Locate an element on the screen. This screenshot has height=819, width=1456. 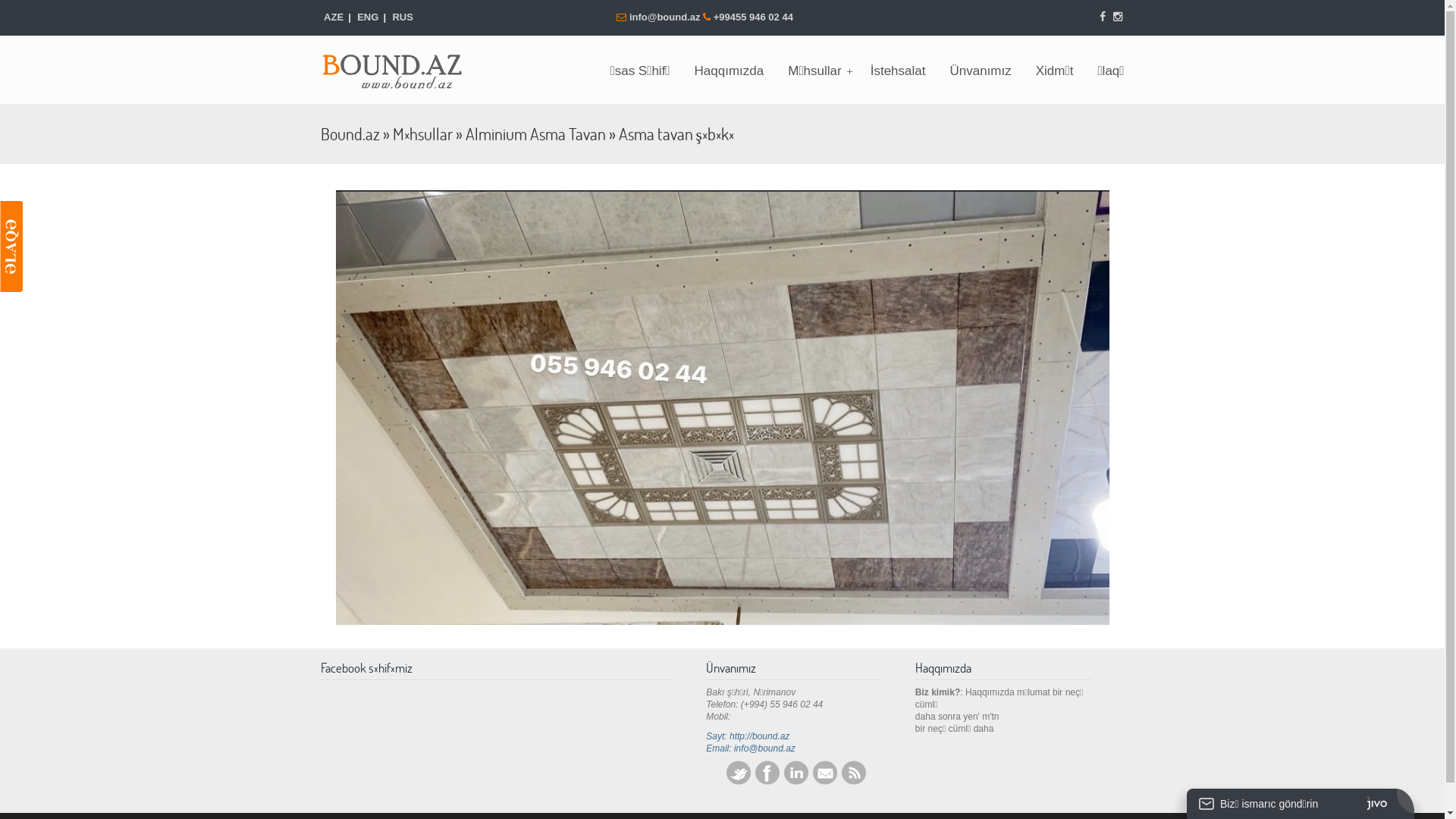
'LinkedIn' is located at coordinates (783, 781).